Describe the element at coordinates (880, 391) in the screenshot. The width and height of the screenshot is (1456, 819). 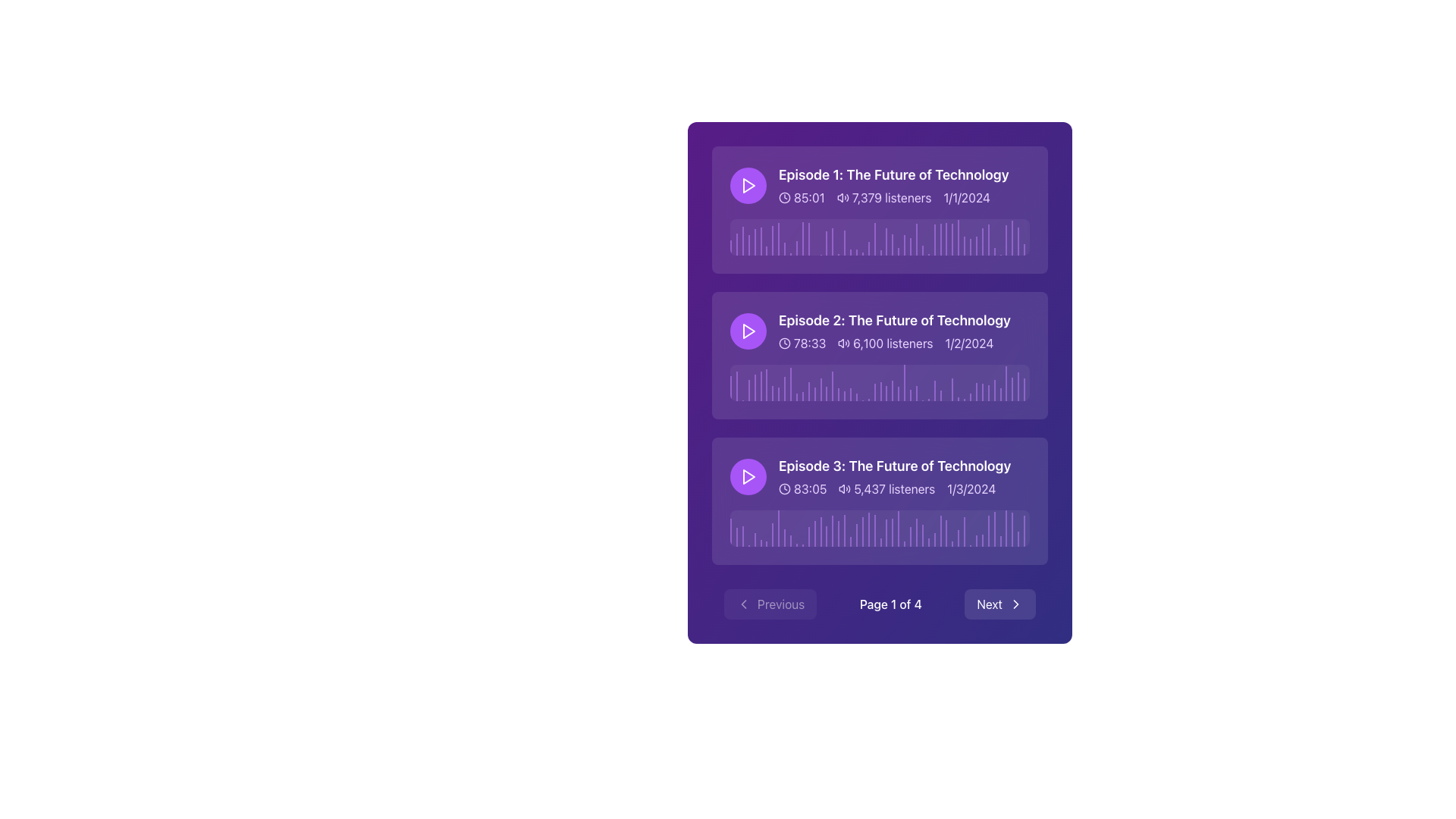
I see `the indicator or progress marker within the waveform representing Episode 2, which denotes the playhead position or a mark of interest in the playback timeline` at that location.